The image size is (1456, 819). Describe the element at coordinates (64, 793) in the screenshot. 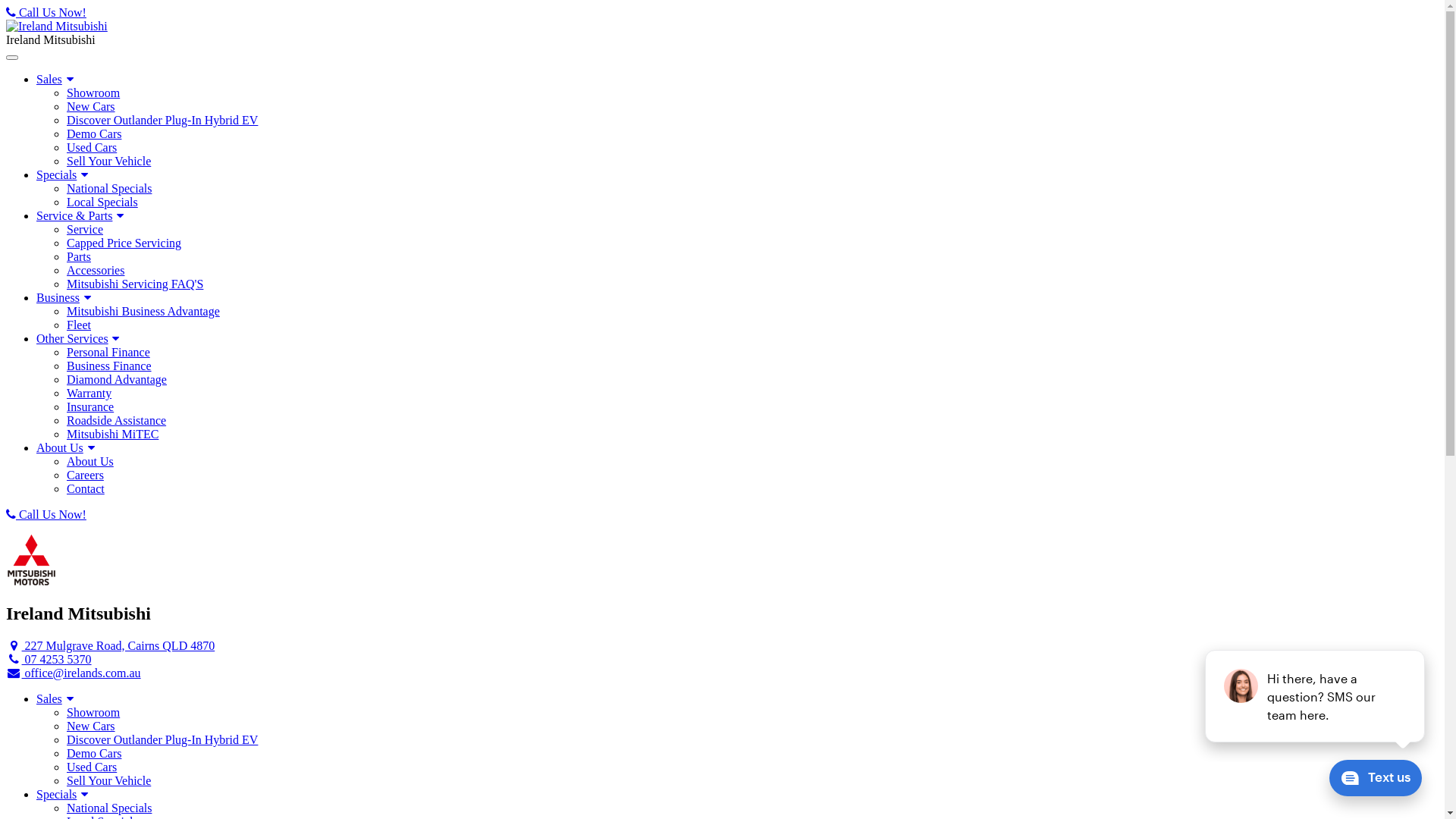

I see `'Specials'` at that location.